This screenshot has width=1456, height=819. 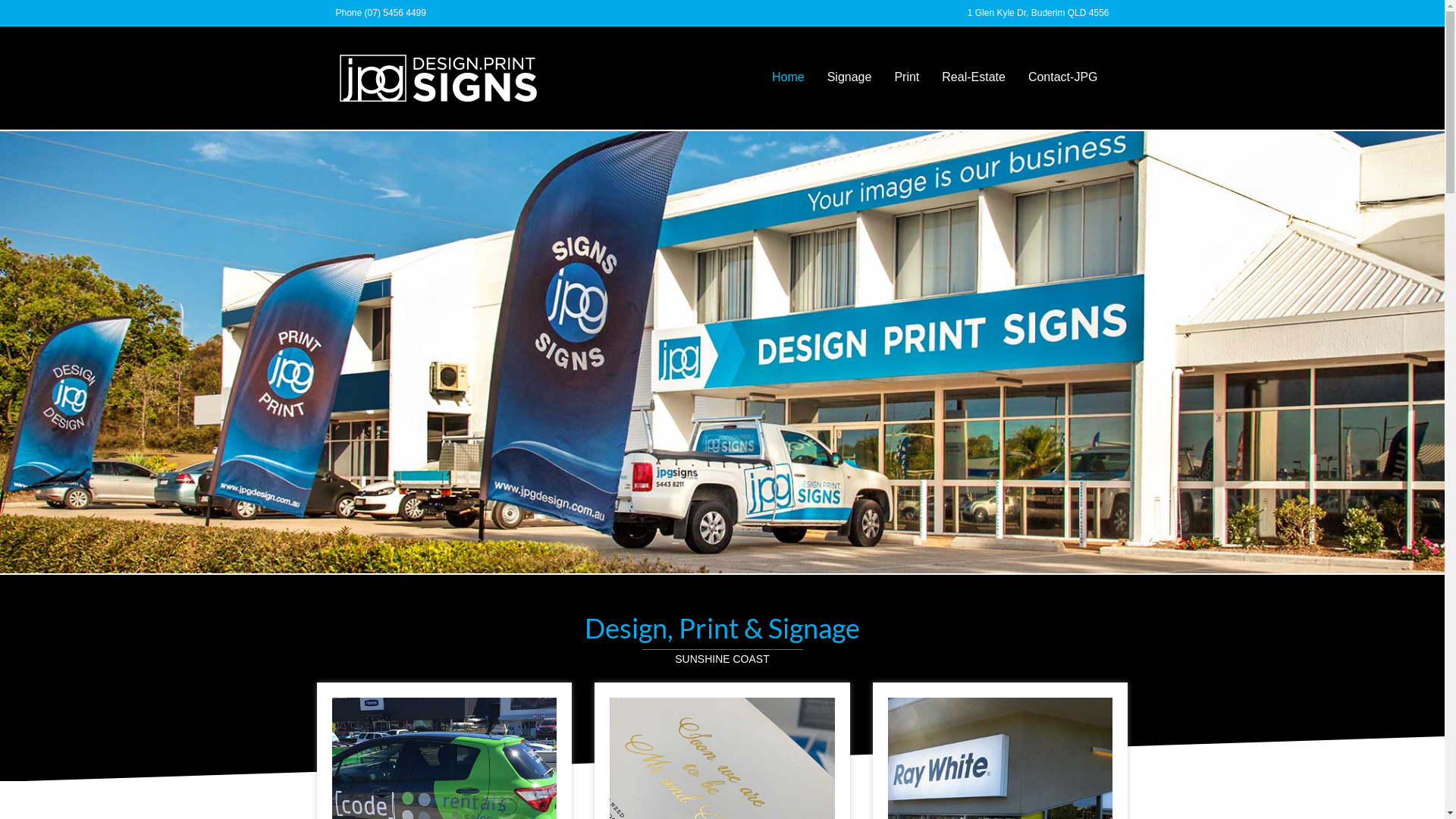 What do you see at coordinates (1062, 77) in the screenshot?
I see `'Contact-JPG'` at bounding box center [1062, 77].